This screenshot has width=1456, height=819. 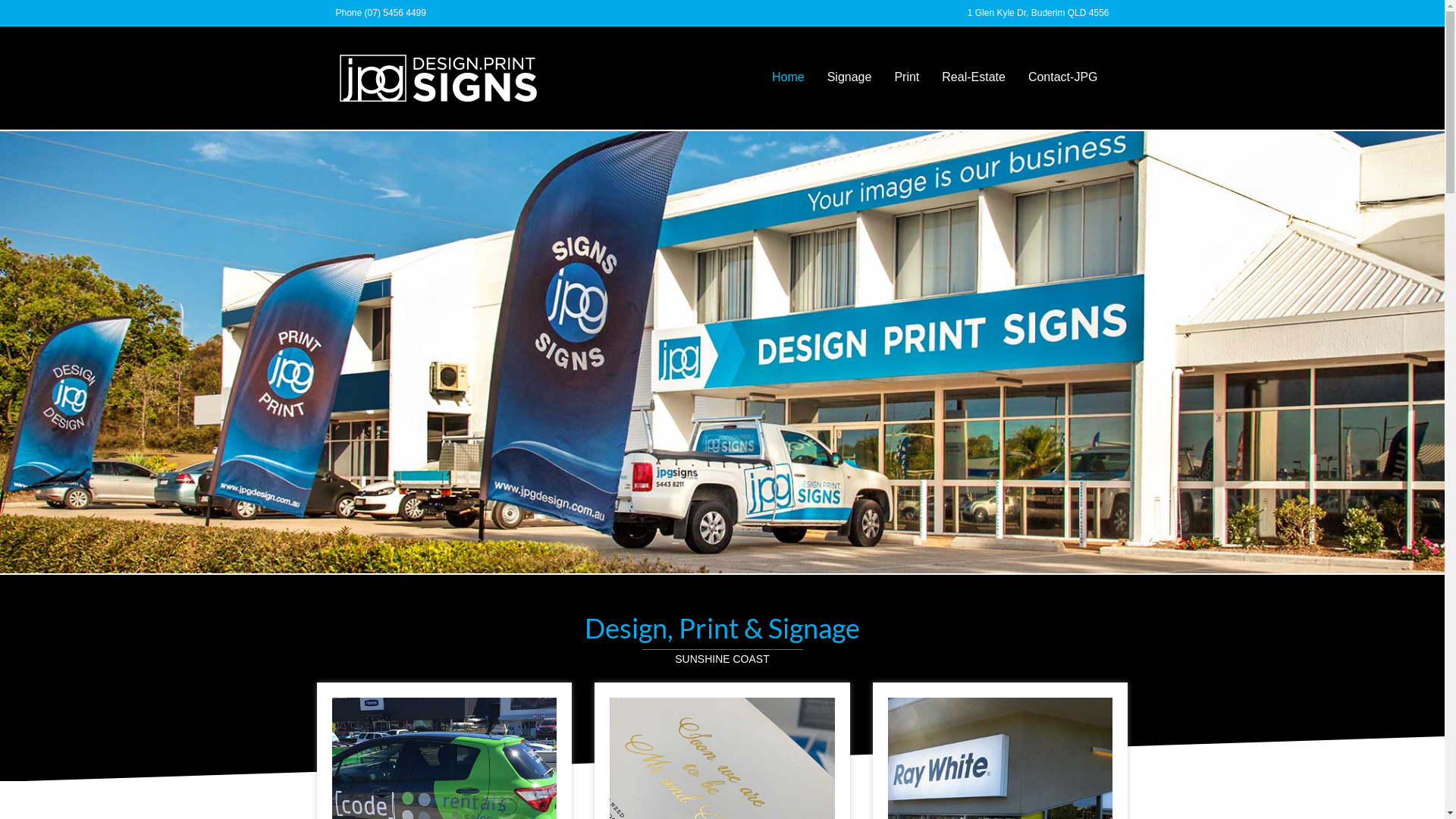 What do you see at coordinates (1062, 77) in the screenshot?
I see `'Contact-JPG'` at bounding box center [1062, 77].